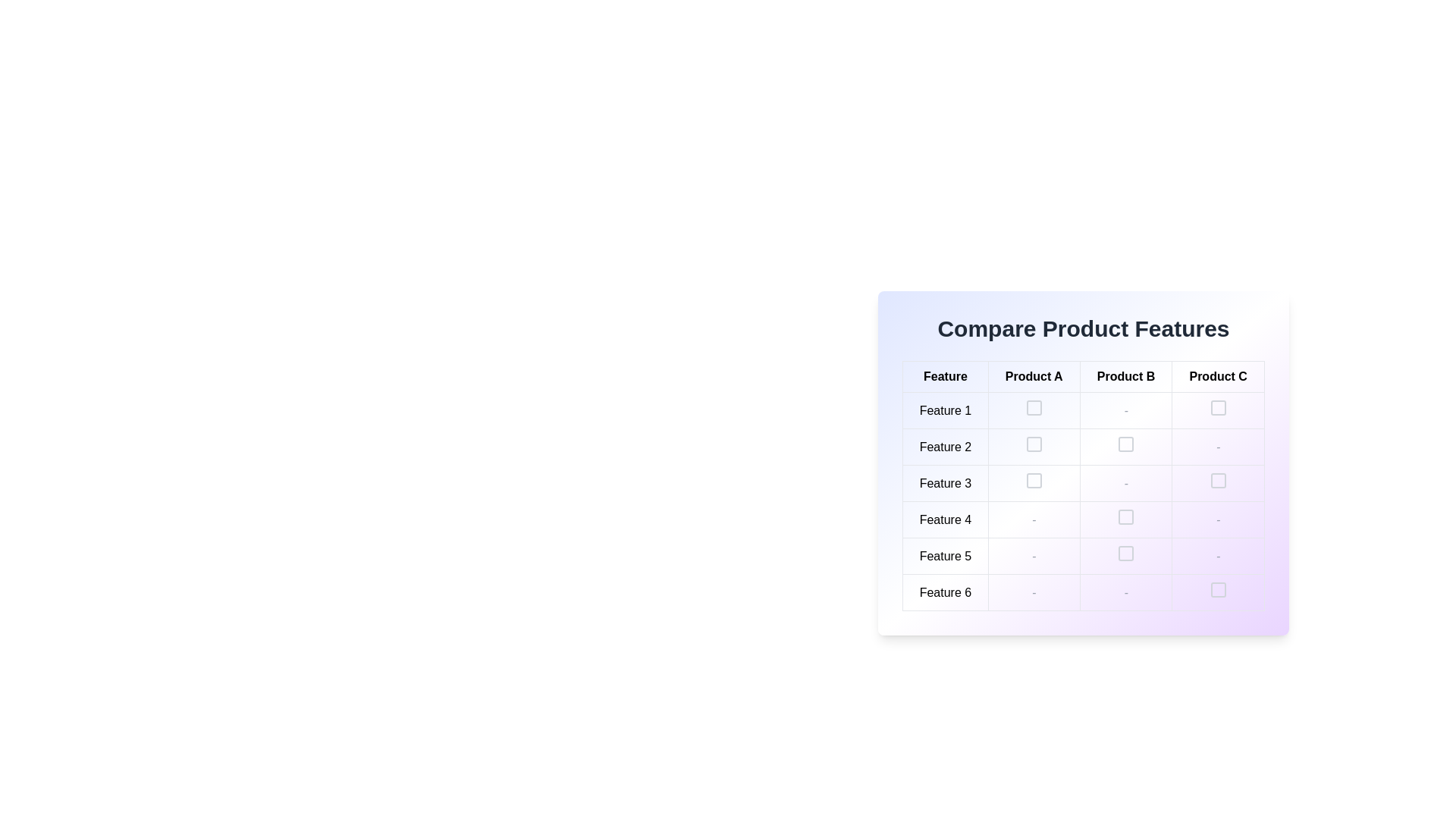 The width and height of the screenshot is (1456, 819). What do you see at coordinates (944, 446) in the screenshot?
I see `the text label displaying 'Feature 2' in the second row of the feature comparison table` at bounding box center [944, 446].